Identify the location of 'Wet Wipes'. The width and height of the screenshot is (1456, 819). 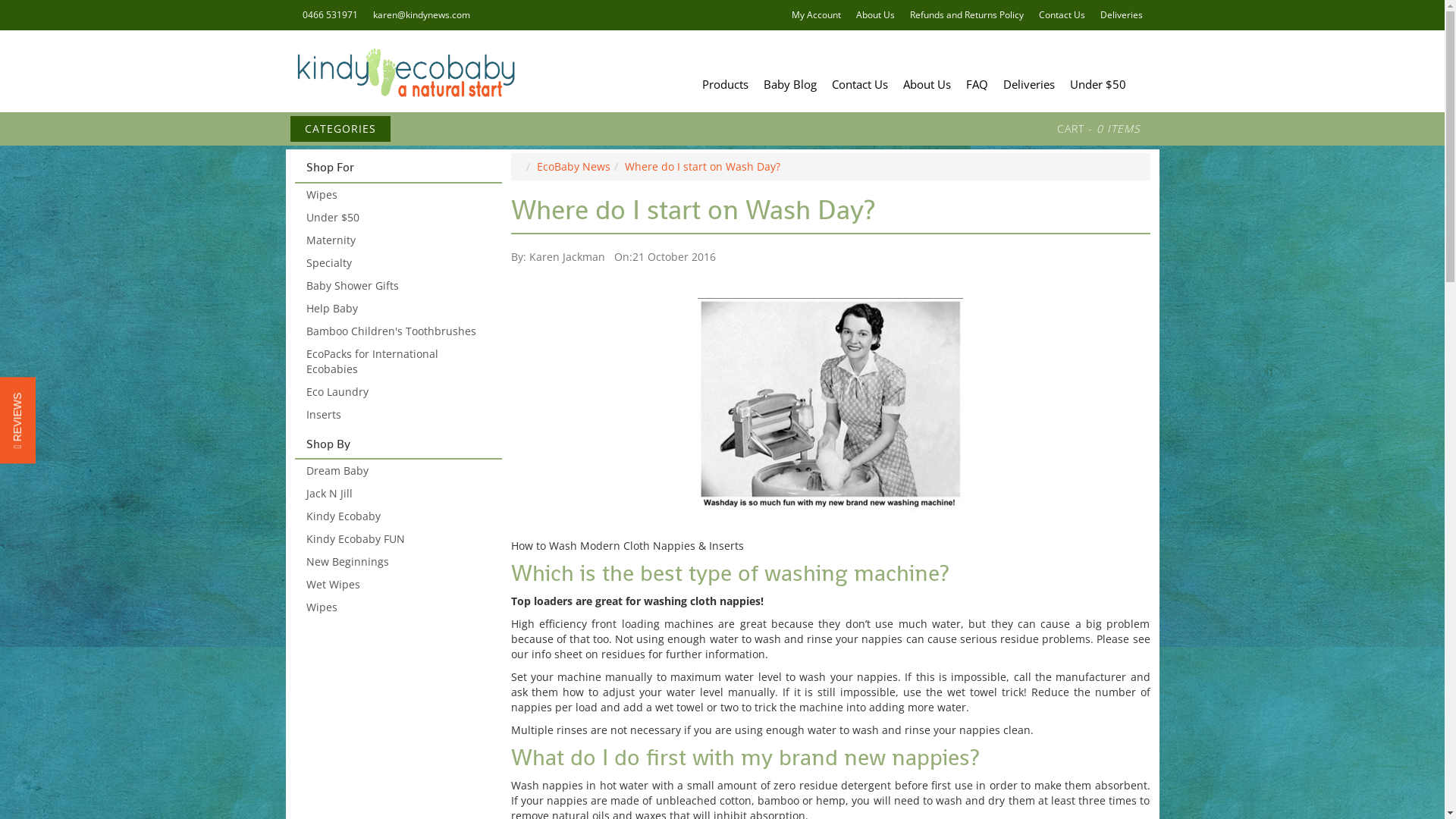
(294, 584).